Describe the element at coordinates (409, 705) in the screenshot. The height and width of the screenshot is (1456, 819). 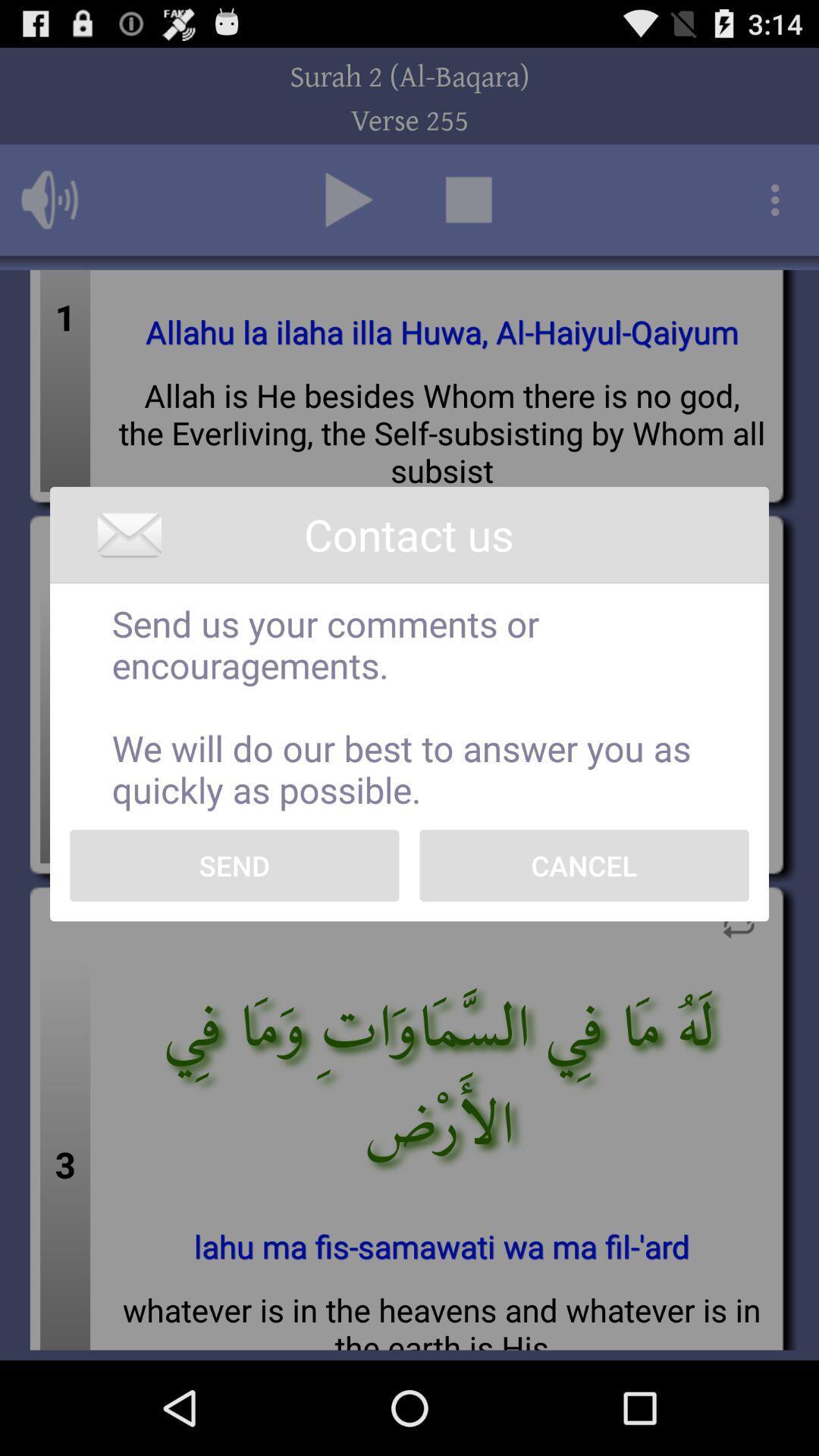
I see `item above send item` at that location.